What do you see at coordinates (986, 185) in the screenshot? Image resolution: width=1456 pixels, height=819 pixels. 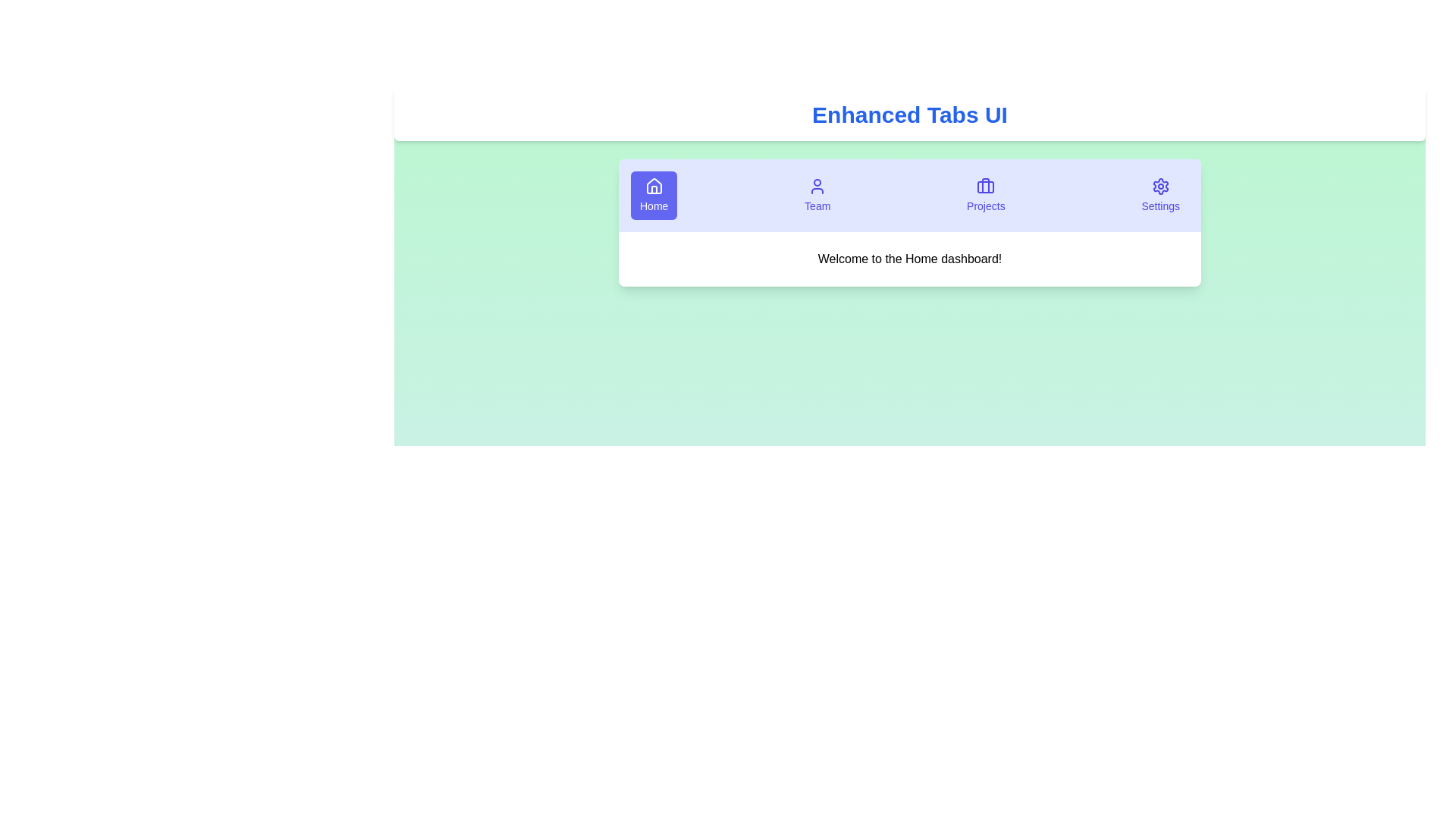 I see `the vertical line component of the briefcase icon within the 'Projects' tab, which is styled with a black stroke and rounded ends` at bounding box center [986, 185].